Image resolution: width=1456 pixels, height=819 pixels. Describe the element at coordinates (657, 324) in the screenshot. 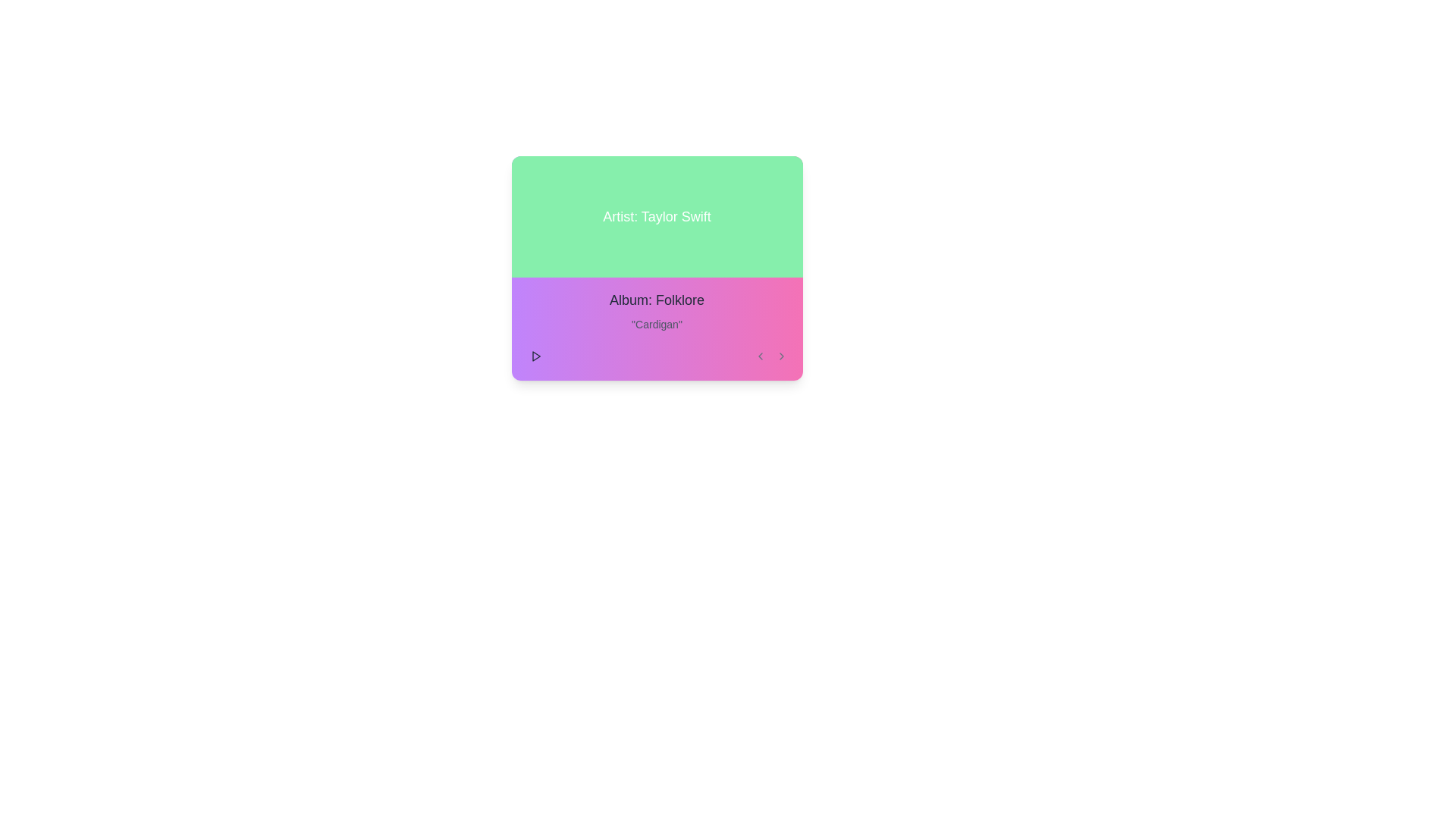

I see `the text label displaying the song title 'Cardigan' which is located beneath 'Album: Folklore'` at that location.